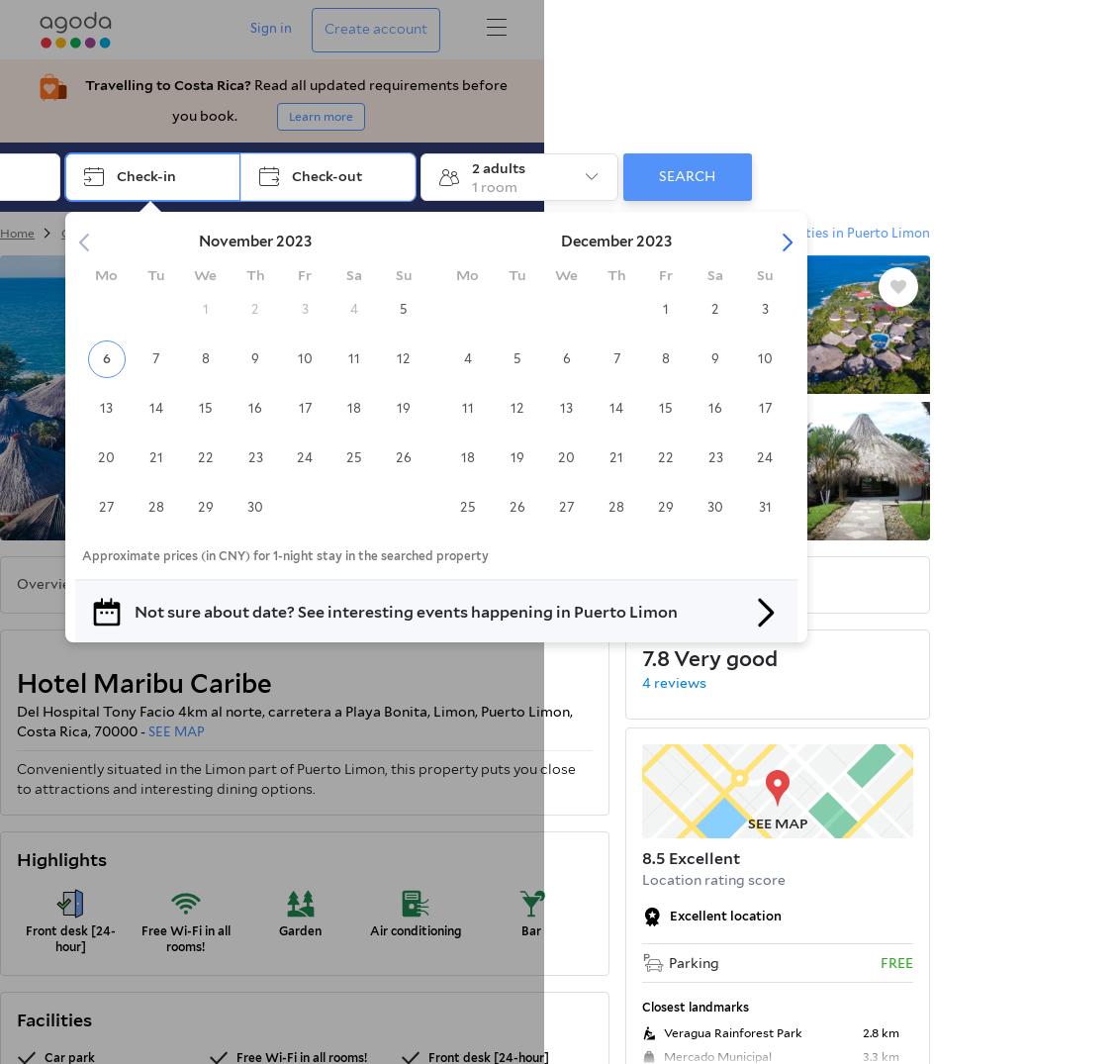 This screenshot has width=1120, height=1064. What do you see at coordinates (655, 657) in the screenshot?
I see `'7.8'` at bounding box center [655, 657].